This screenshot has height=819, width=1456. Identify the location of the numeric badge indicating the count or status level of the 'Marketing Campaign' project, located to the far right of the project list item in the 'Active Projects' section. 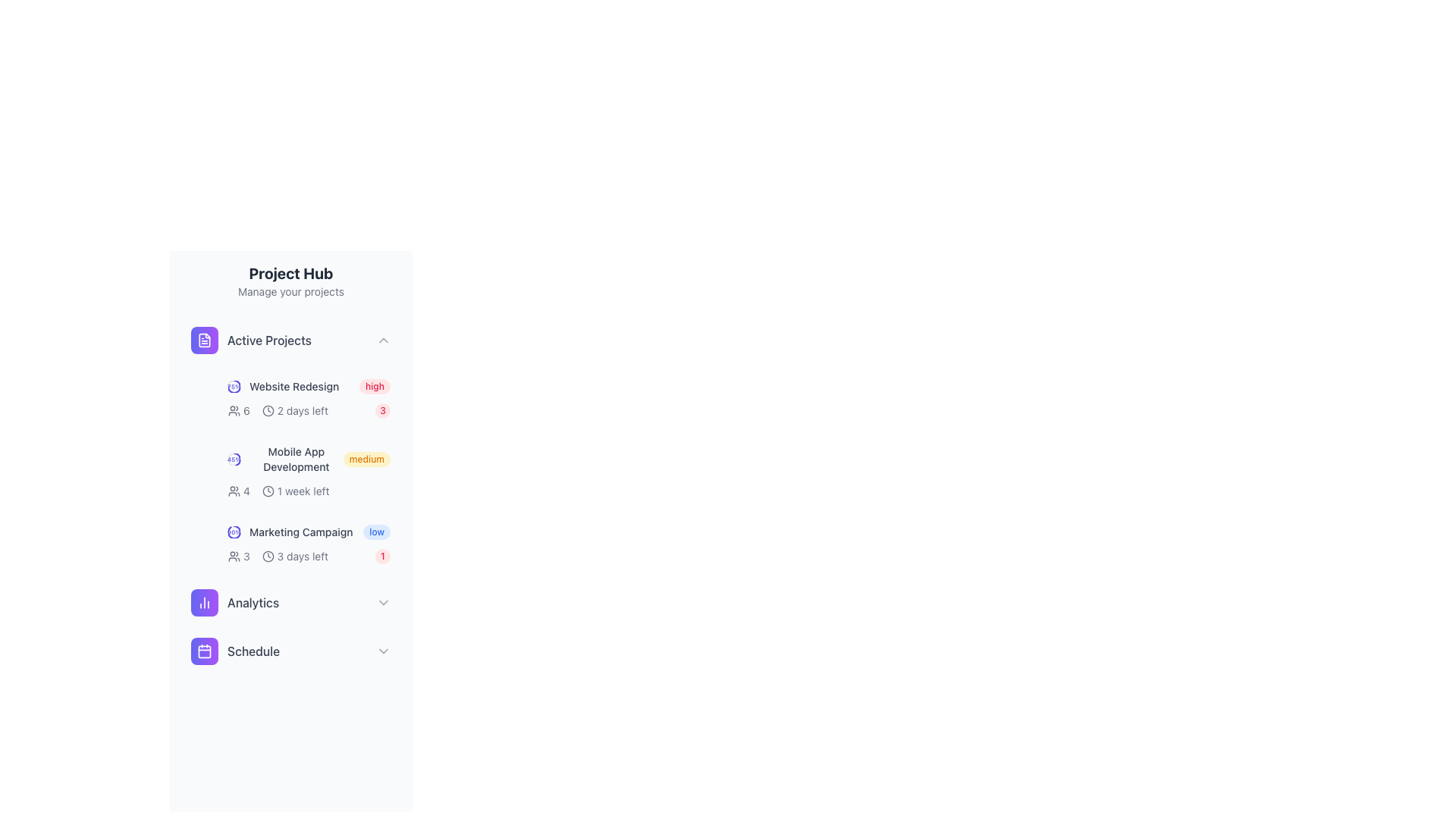
(382, 556).